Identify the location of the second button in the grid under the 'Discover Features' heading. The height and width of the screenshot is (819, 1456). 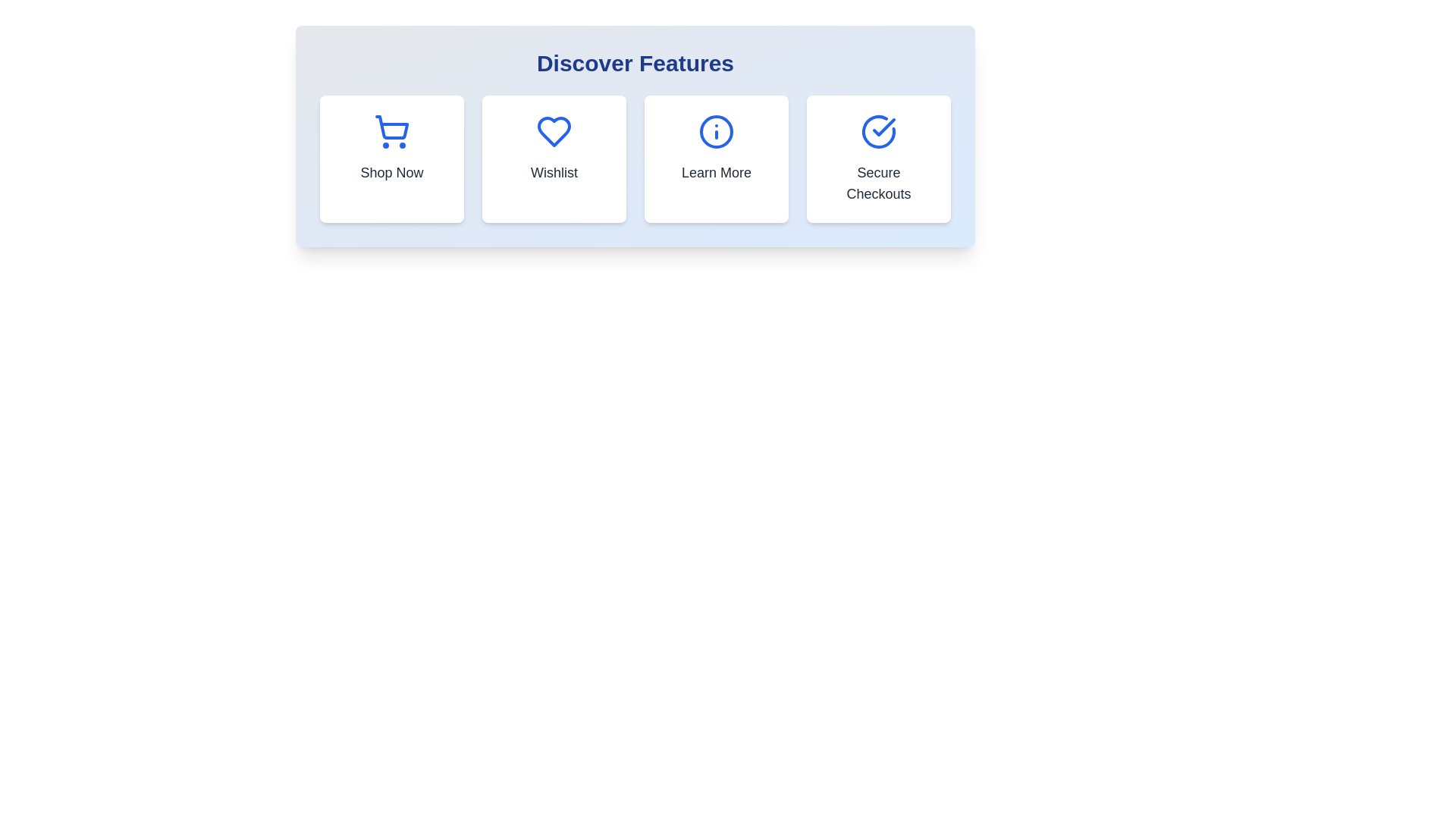
(553, 158).